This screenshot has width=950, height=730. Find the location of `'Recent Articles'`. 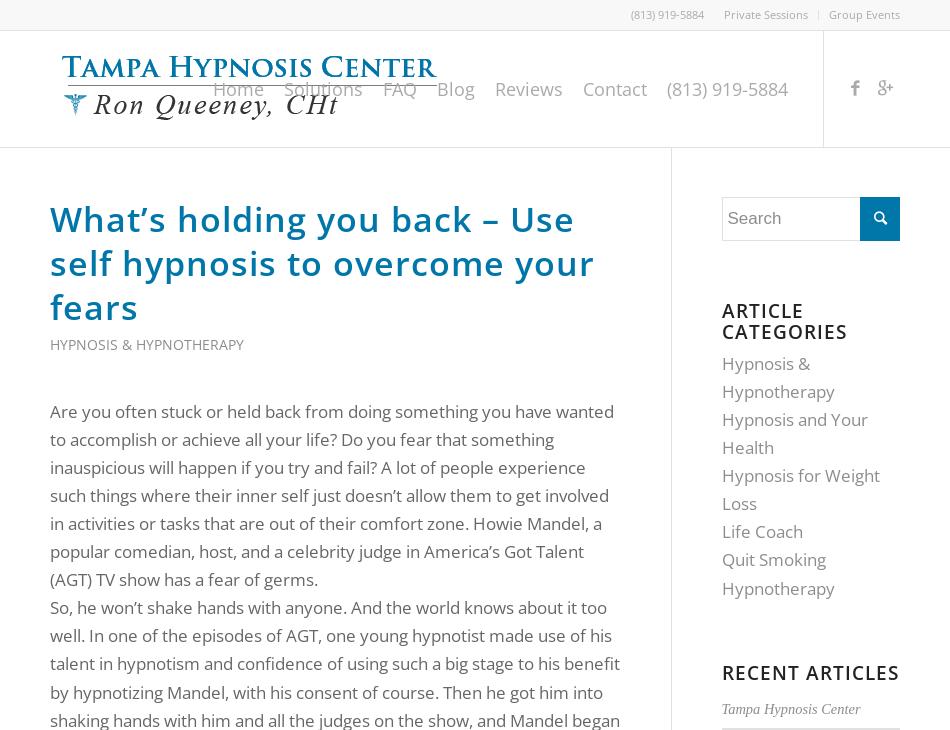

'Recent Articles' is located at coordinates (808, 671).